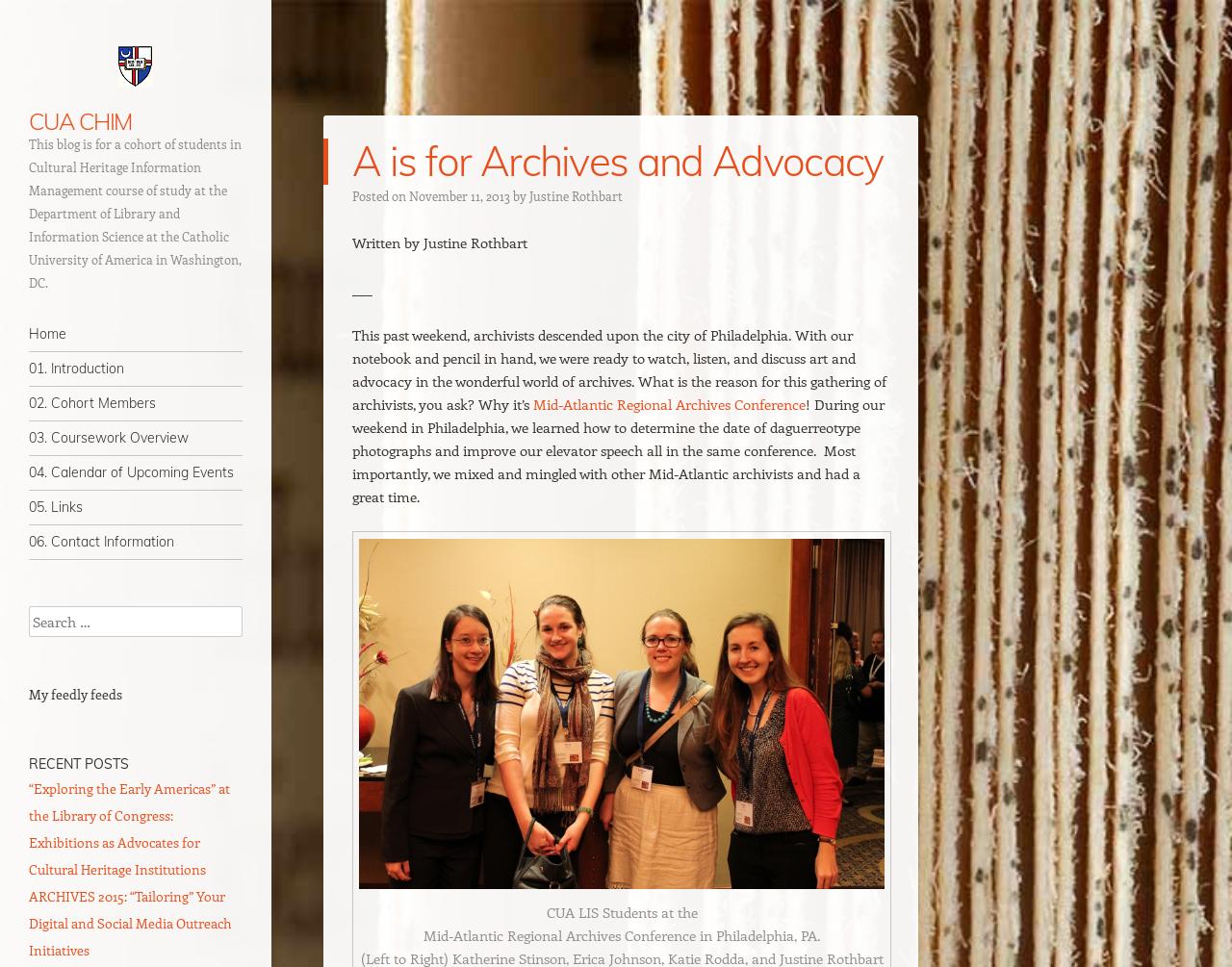 The width and height of the screenshot is (1232, 967). I want to click on '06. Contact Information', so click(100, 541).